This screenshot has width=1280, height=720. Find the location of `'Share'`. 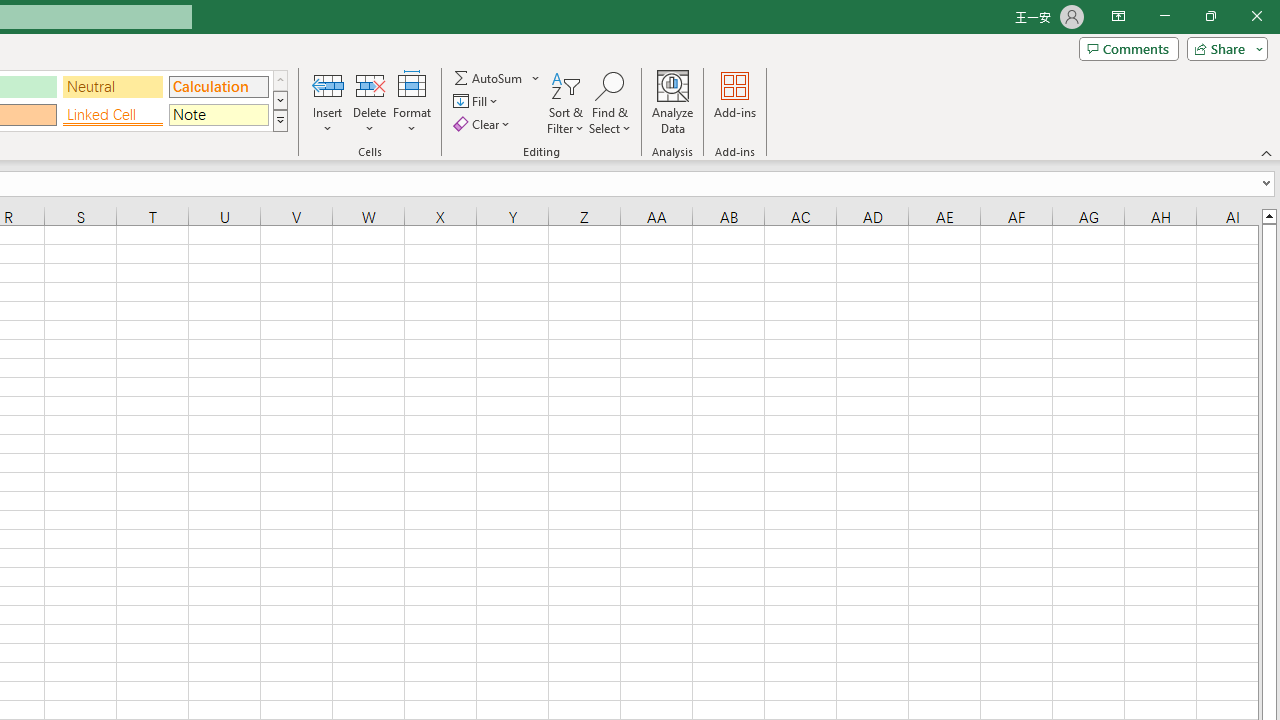

'Share' is located at coordinates (1222, 47).